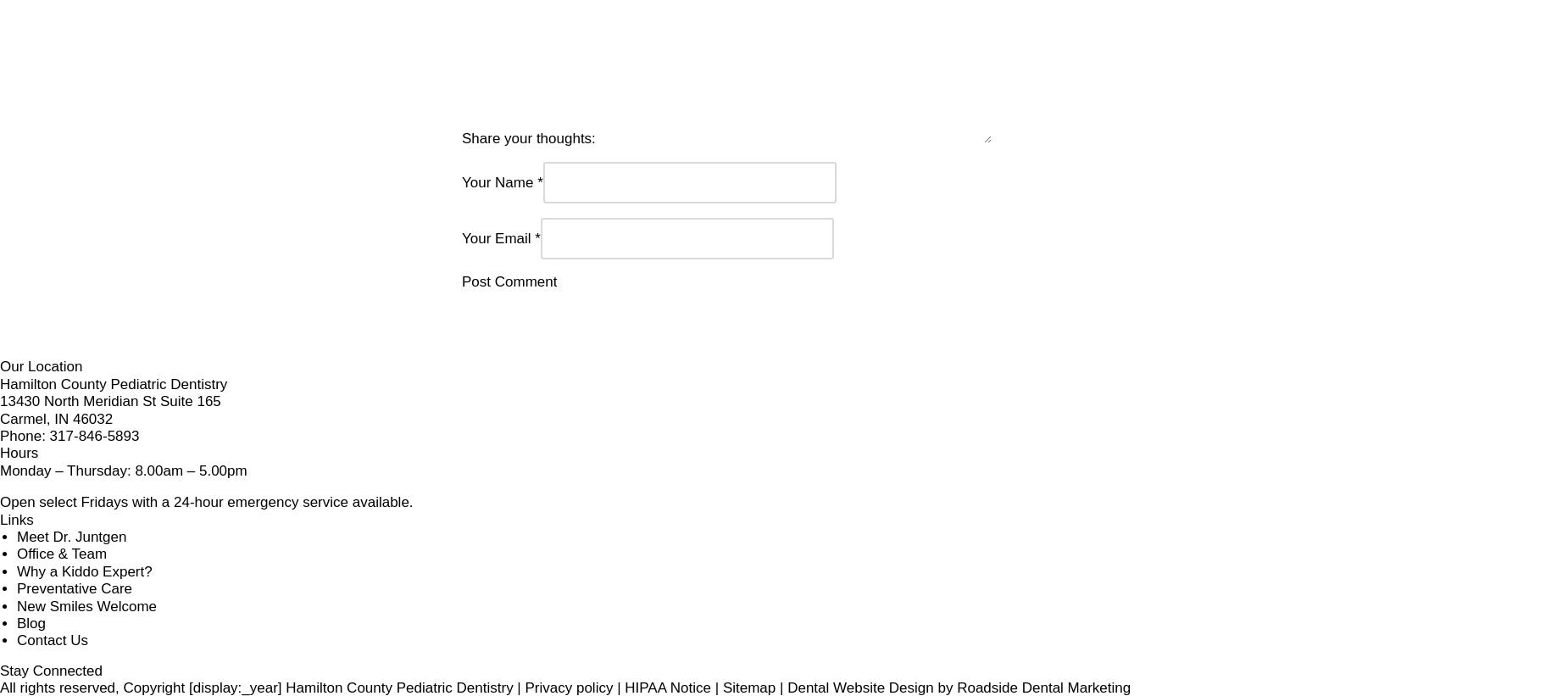 The height and width of the screenshot is (696, 1568). Describe the element at coordinates (870, 571) in the screenshot. I see `'Preventative Care'` at that location.